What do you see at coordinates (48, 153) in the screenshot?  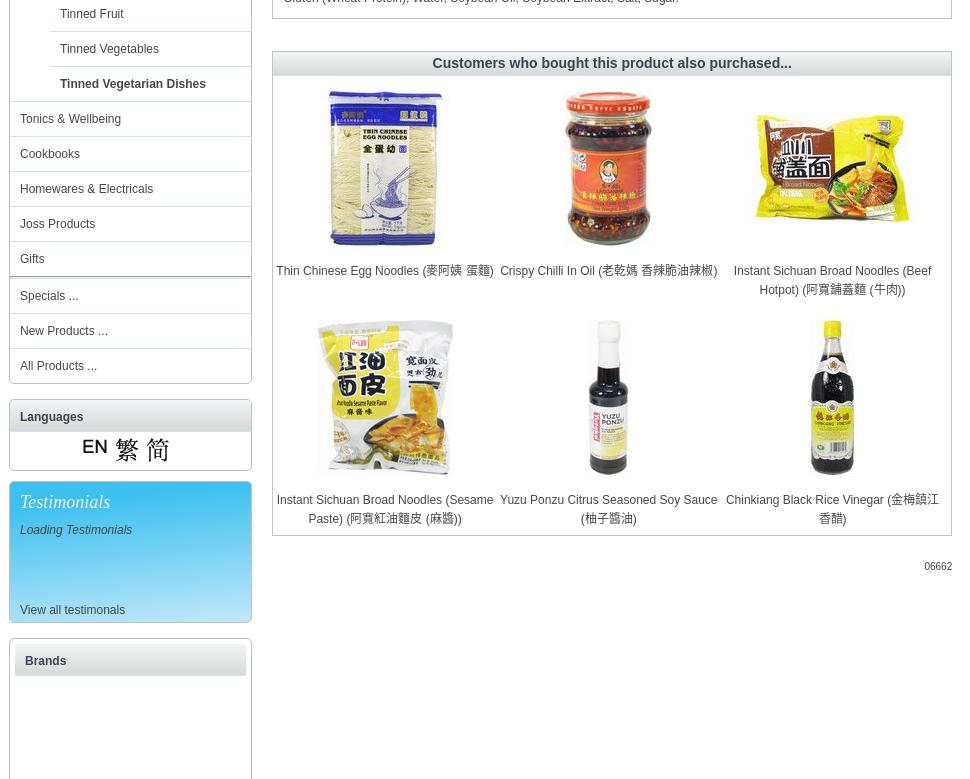 I see `'Cookbooks'` at bounding box center [48, 153].